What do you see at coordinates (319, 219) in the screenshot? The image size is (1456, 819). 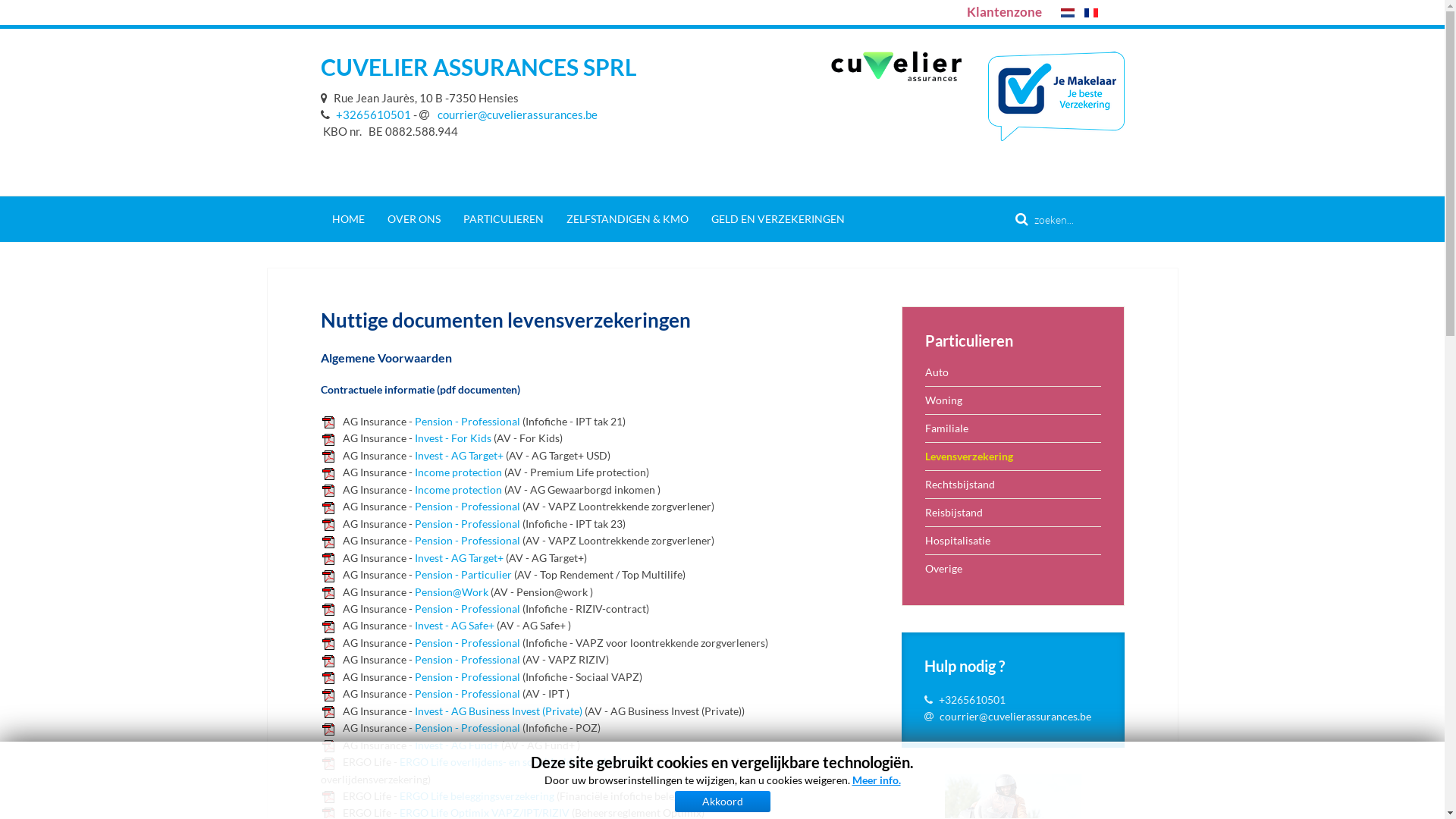 I see `'HOME'` at bounding box center [319, 219].